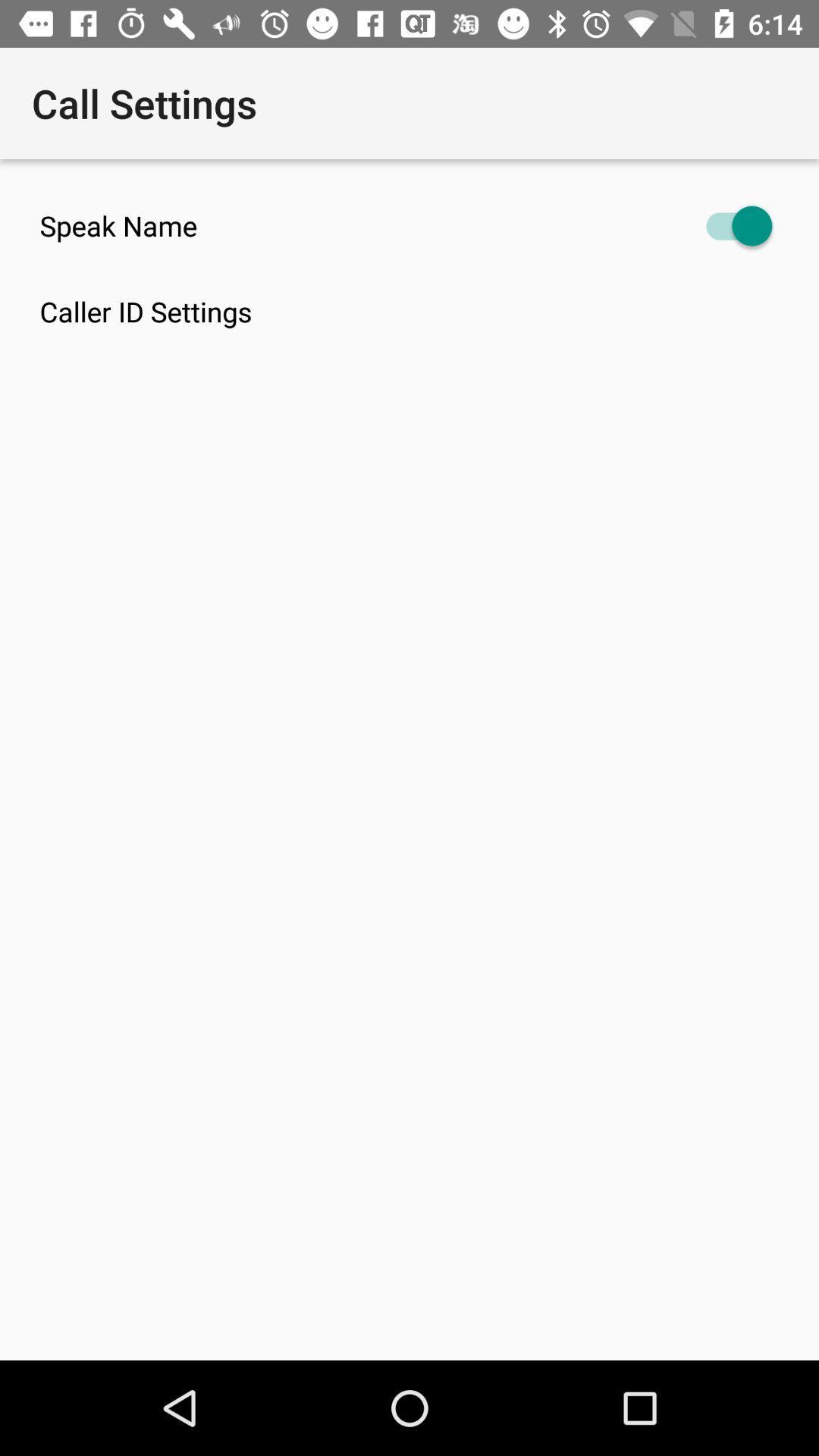 The height and width of the screenshot is (1456, 819). I want to click on icon below speak name item, so click(429, 311).